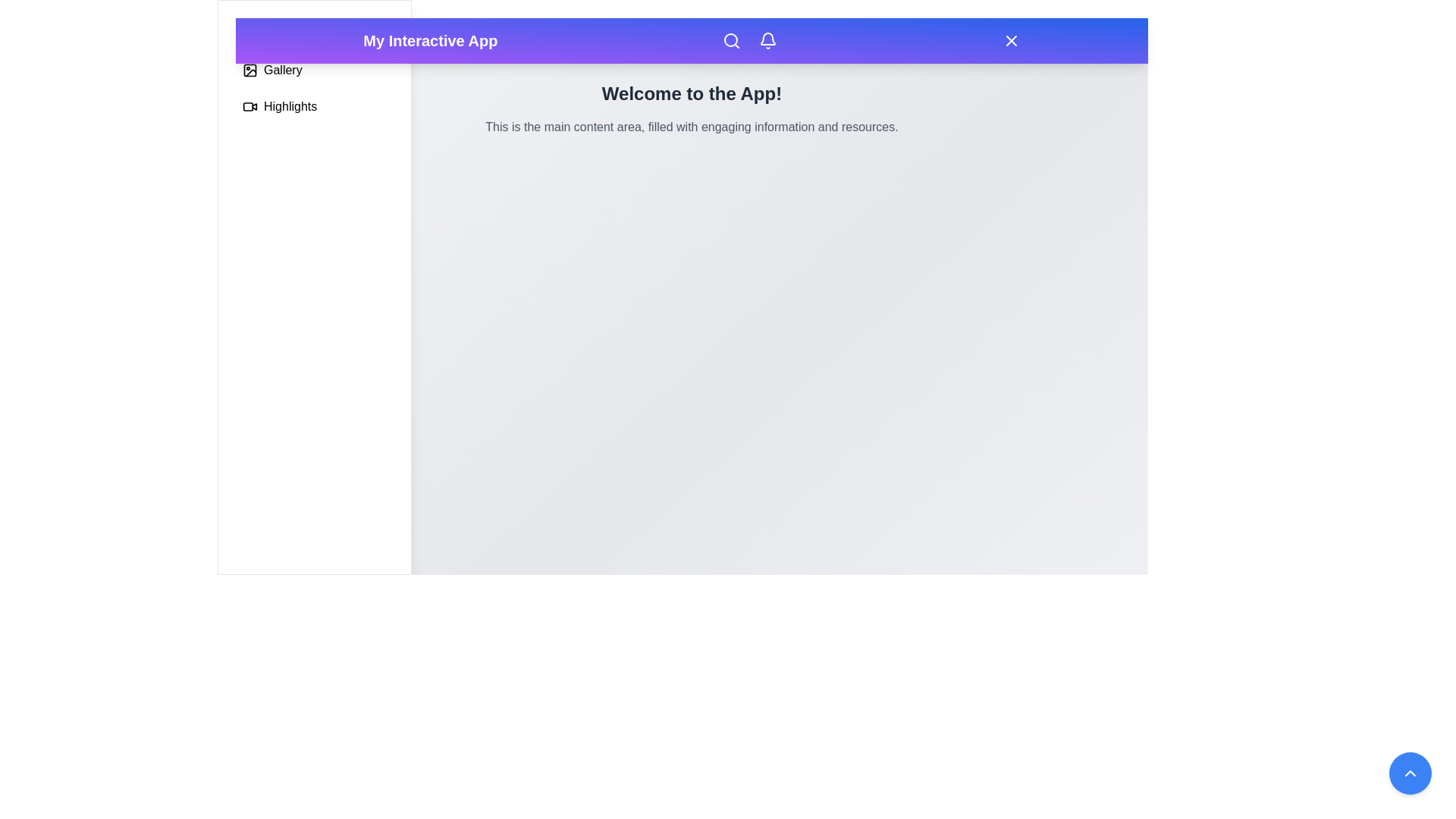  I want to click on the navigation button located at the top of the vertical list on the left side, so click(313, 34).